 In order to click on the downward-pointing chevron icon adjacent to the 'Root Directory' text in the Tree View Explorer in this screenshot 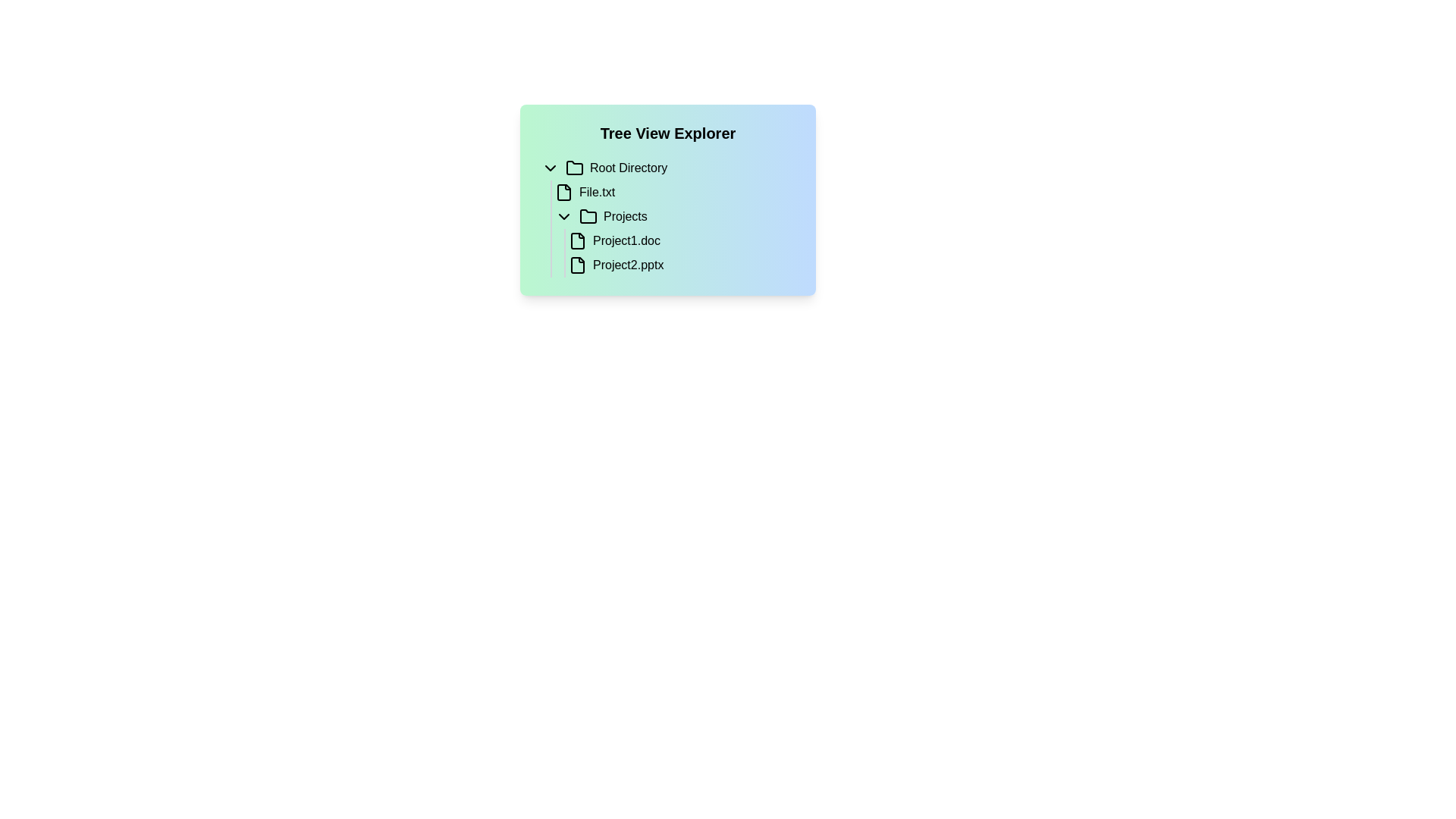, I will do `click(549, 168)`.